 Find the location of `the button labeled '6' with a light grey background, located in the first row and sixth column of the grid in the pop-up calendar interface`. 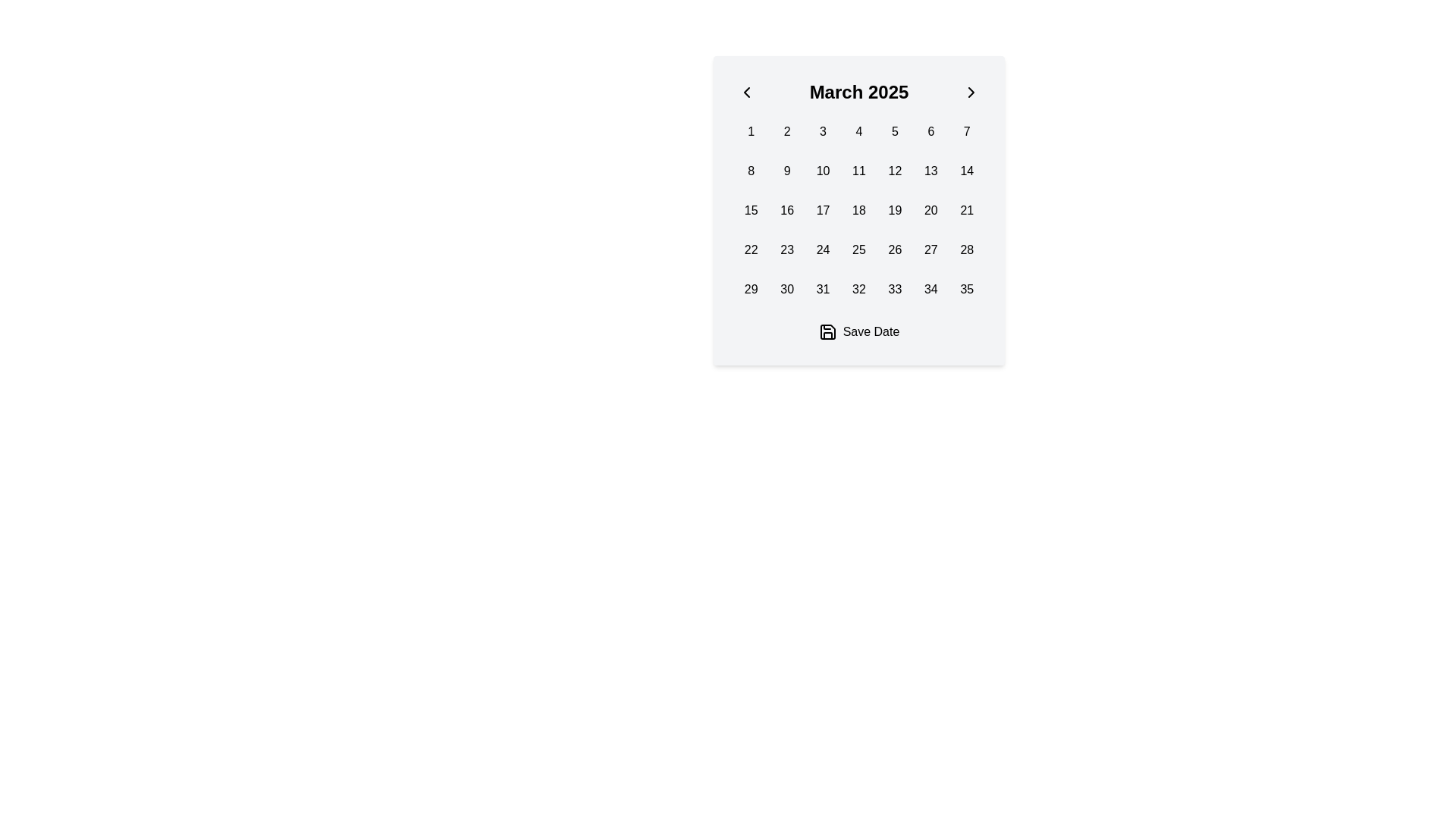

the button labeled '6' with a light grey background, located in the first row and sixth column of the grid in the pop-up calendar interface is located at coordinates (930, 130).